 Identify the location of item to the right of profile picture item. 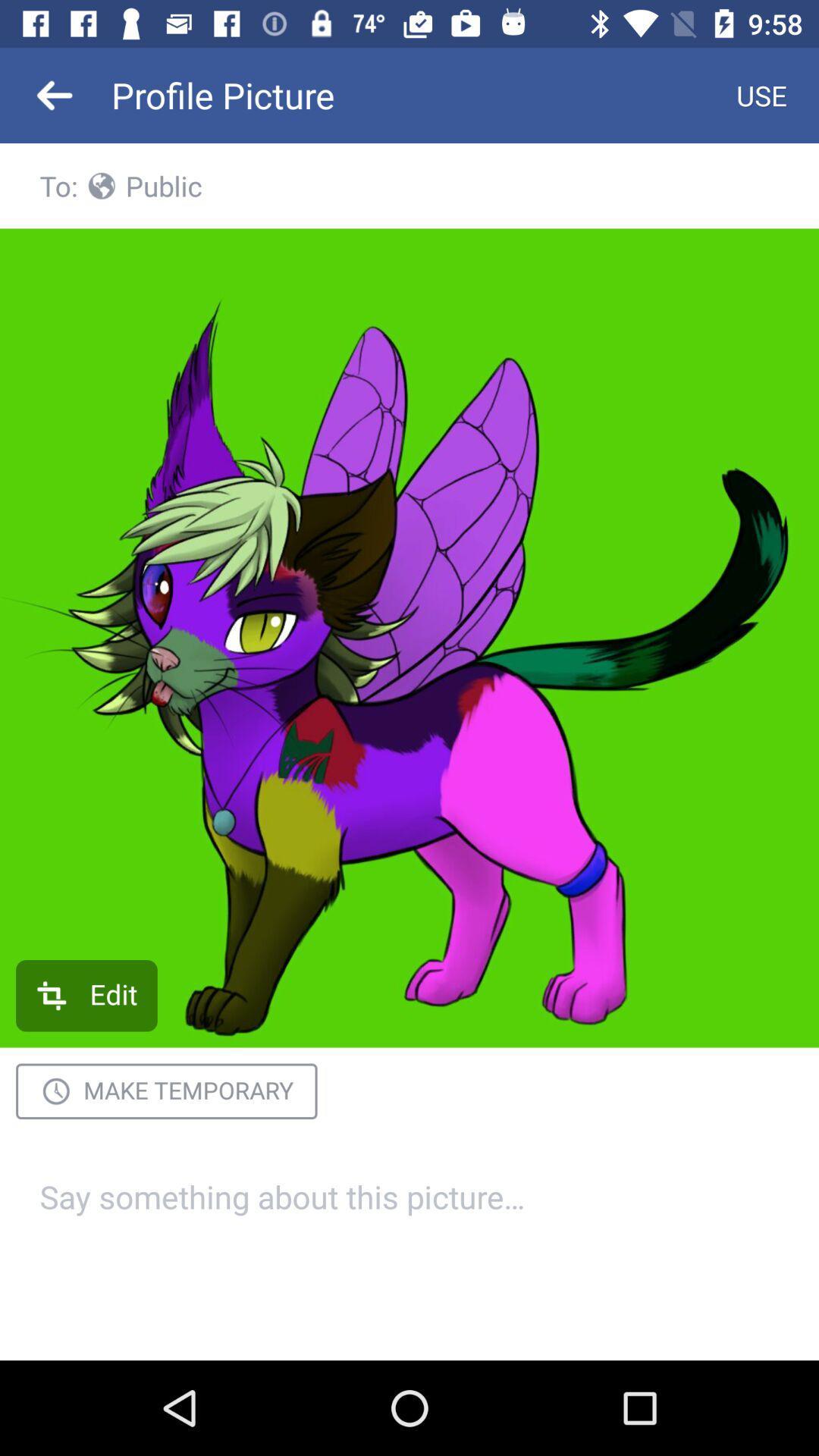
(761, 94).